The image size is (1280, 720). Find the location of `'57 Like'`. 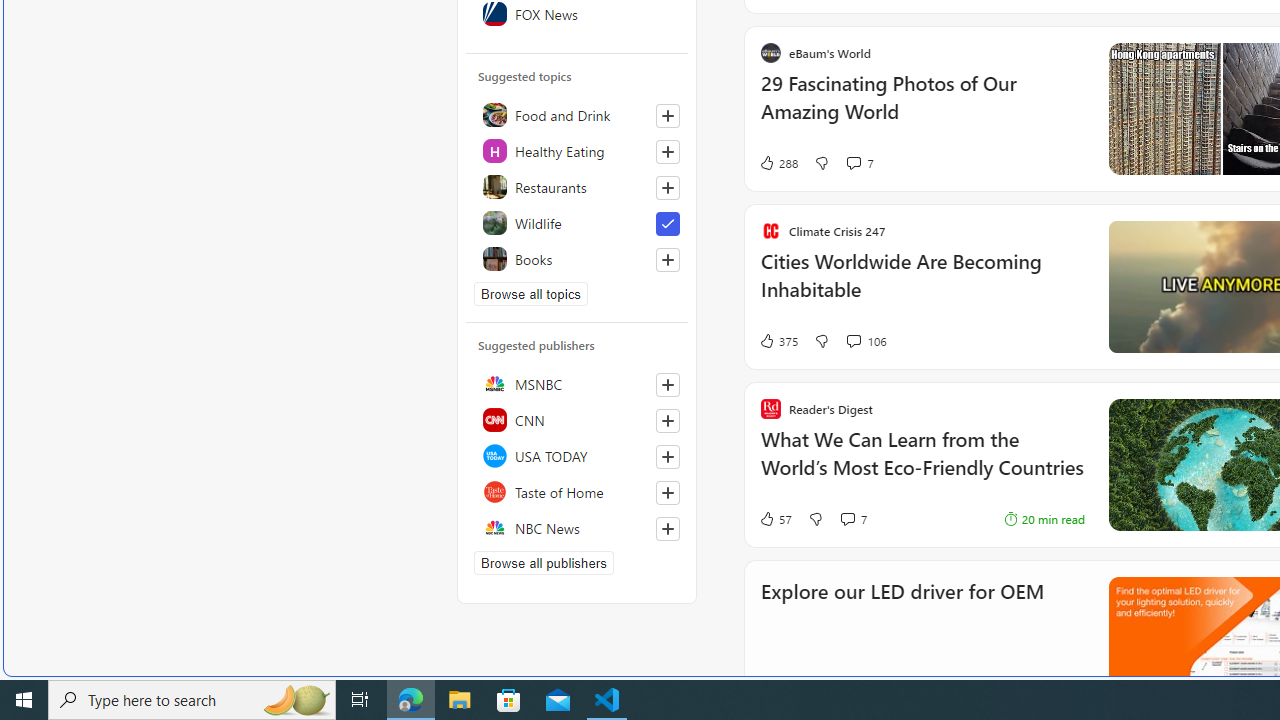

'57 Like' is located at coordinates (774, 518).